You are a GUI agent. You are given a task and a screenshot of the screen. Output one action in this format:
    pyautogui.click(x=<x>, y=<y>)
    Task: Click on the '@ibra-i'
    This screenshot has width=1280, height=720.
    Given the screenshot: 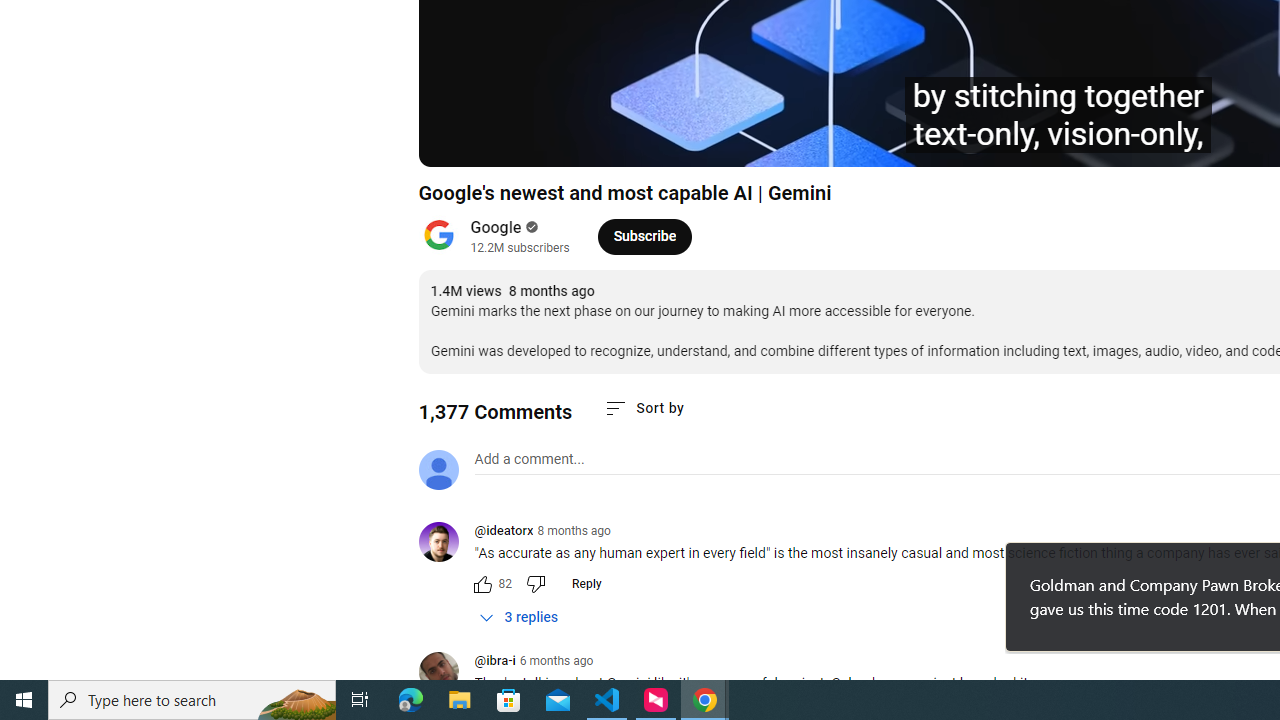 What is the action you would take?
    pyautogui.click(x=494, y=662)
    